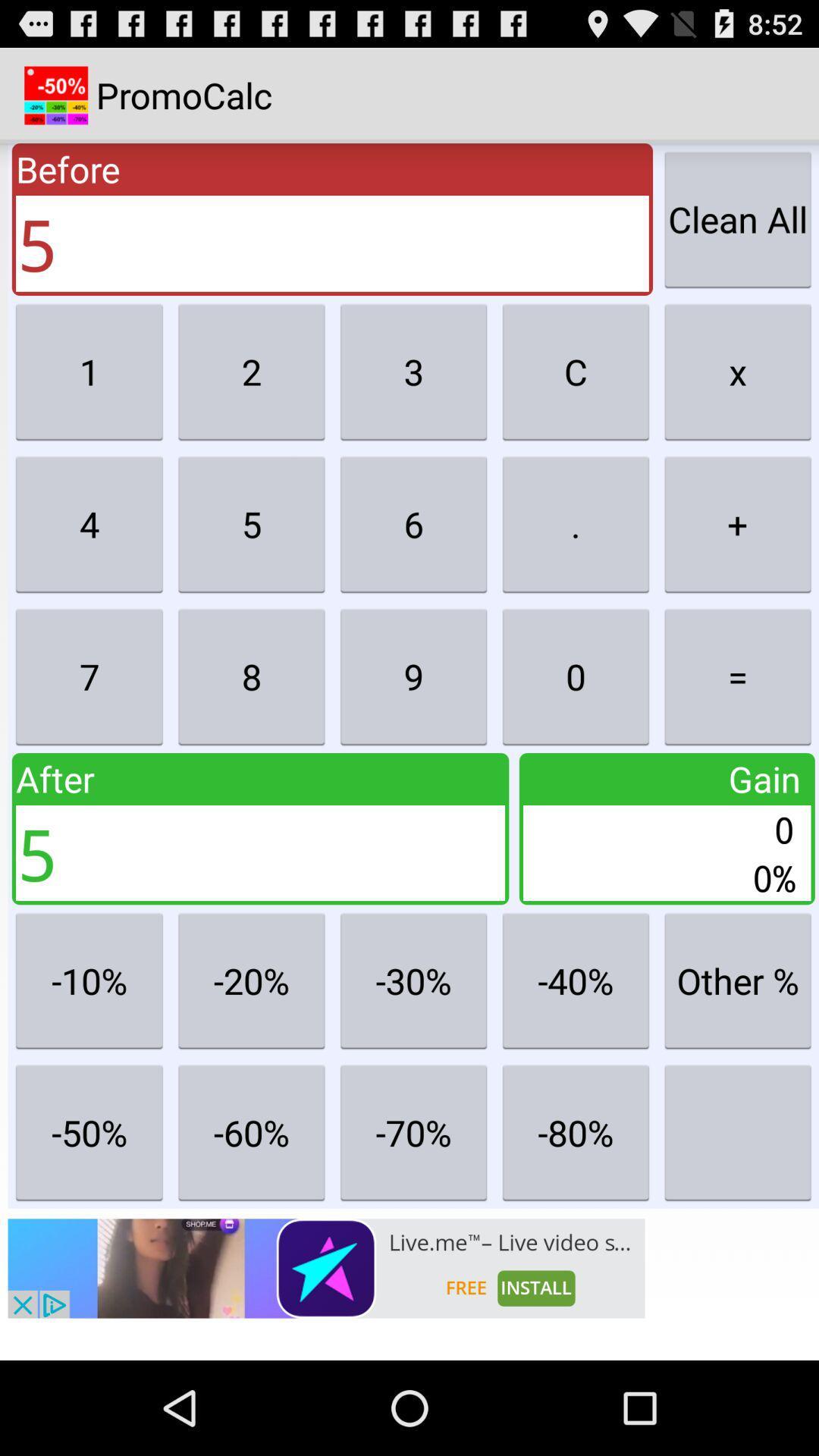 Image resolution: width=819 pixels, height=1456 pixels. I want to click on 10, so click(89, 981).